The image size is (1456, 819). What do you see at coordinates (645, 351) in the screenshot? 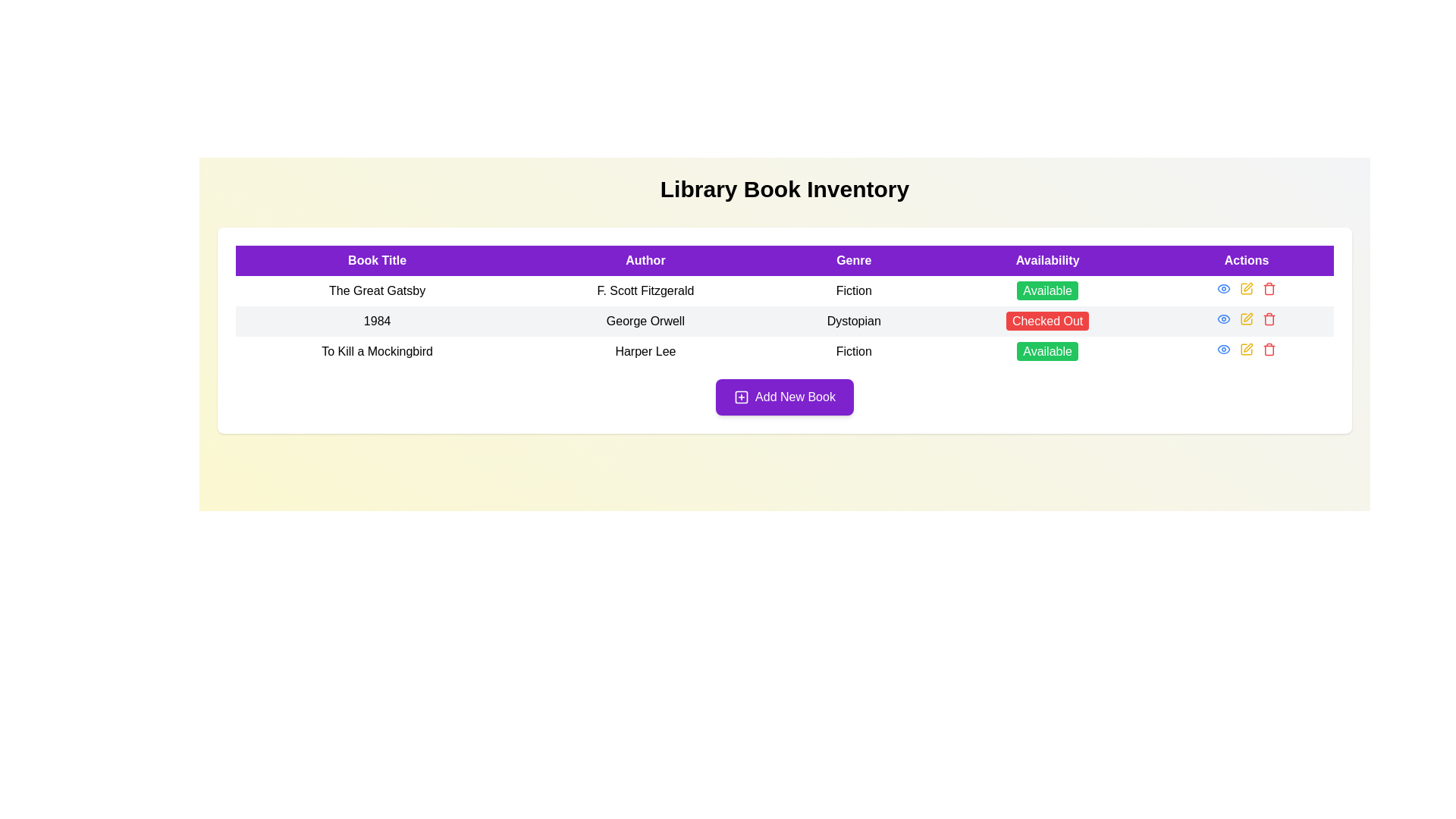
I see `text label 'Harper Lee' which indicates the author of the book in the third row of the table under the 'Author' column, positioned between 'To Kill a Mockingbird' and 'Fiction'` at bounding box center [645, 351].